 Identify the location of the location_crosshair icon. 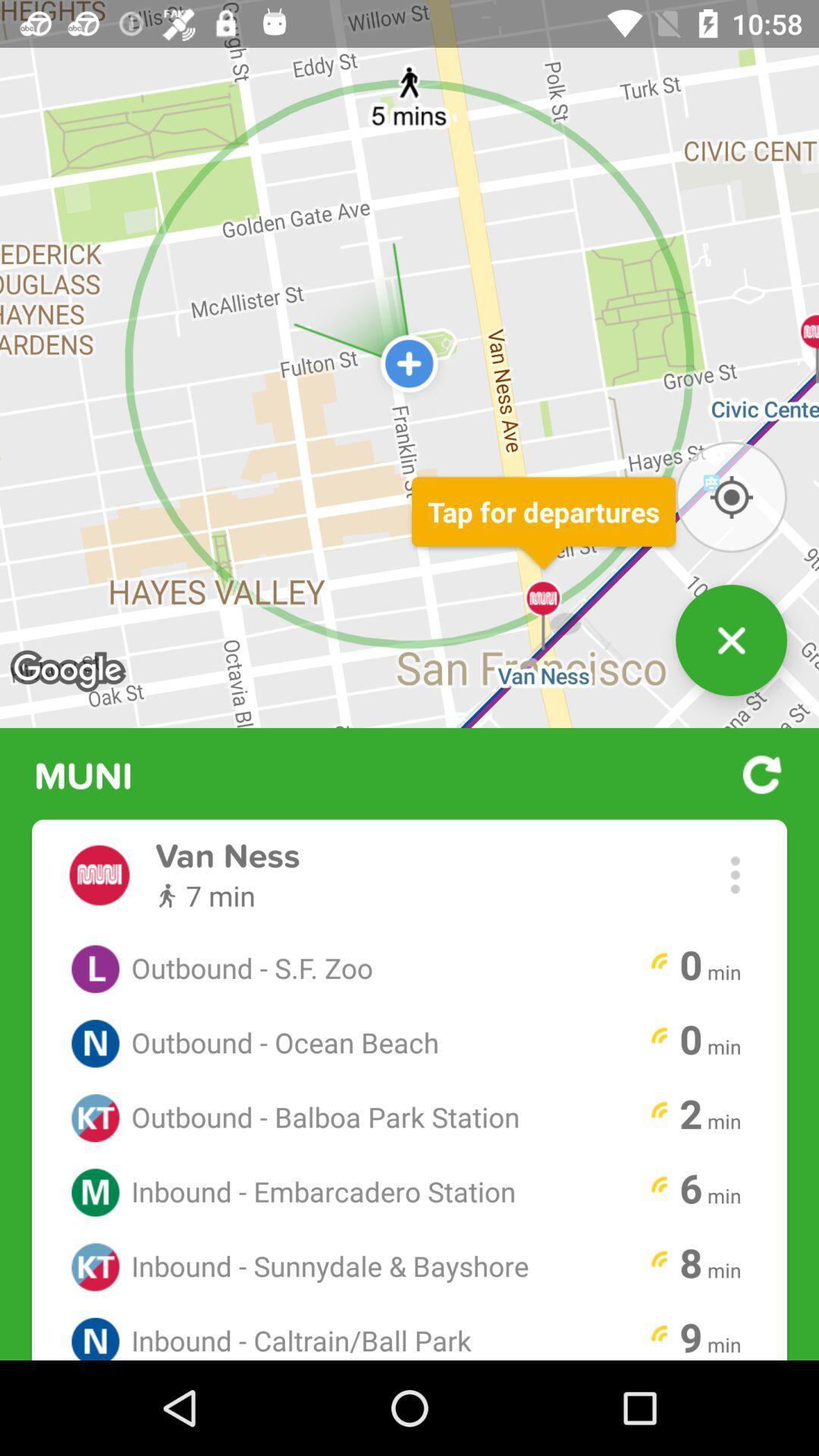
(730, 532).